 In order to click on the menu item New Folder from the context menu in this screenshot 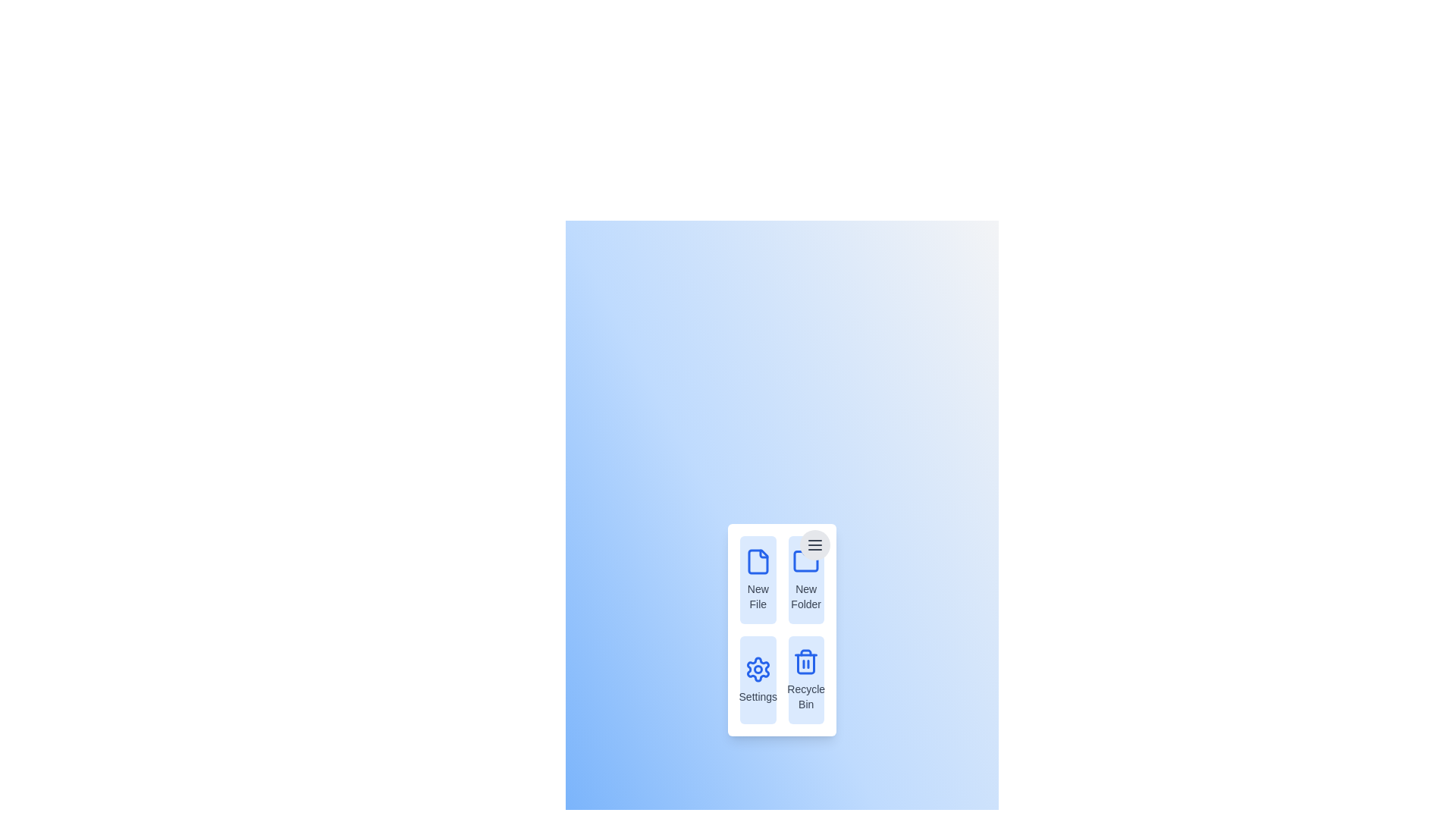, I will do `click(805, 579)`.